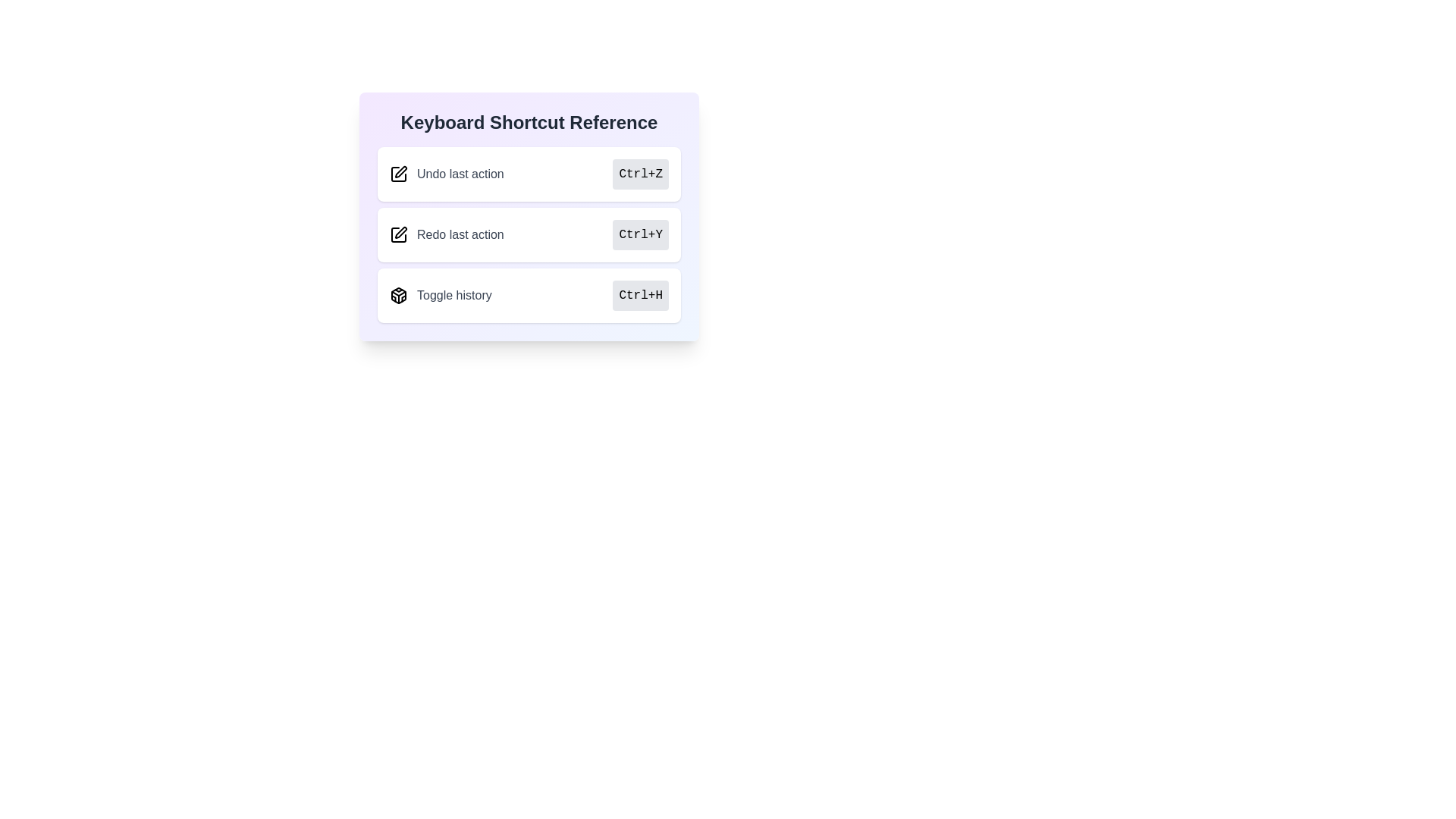  I want to click on the label indicating the keyboard shortcut 'Ctrl+Z' for the 'Undo last action' located to the right of the corresponding text within the 'Keyboard Shortcut Reference' section, so click(641, 174).